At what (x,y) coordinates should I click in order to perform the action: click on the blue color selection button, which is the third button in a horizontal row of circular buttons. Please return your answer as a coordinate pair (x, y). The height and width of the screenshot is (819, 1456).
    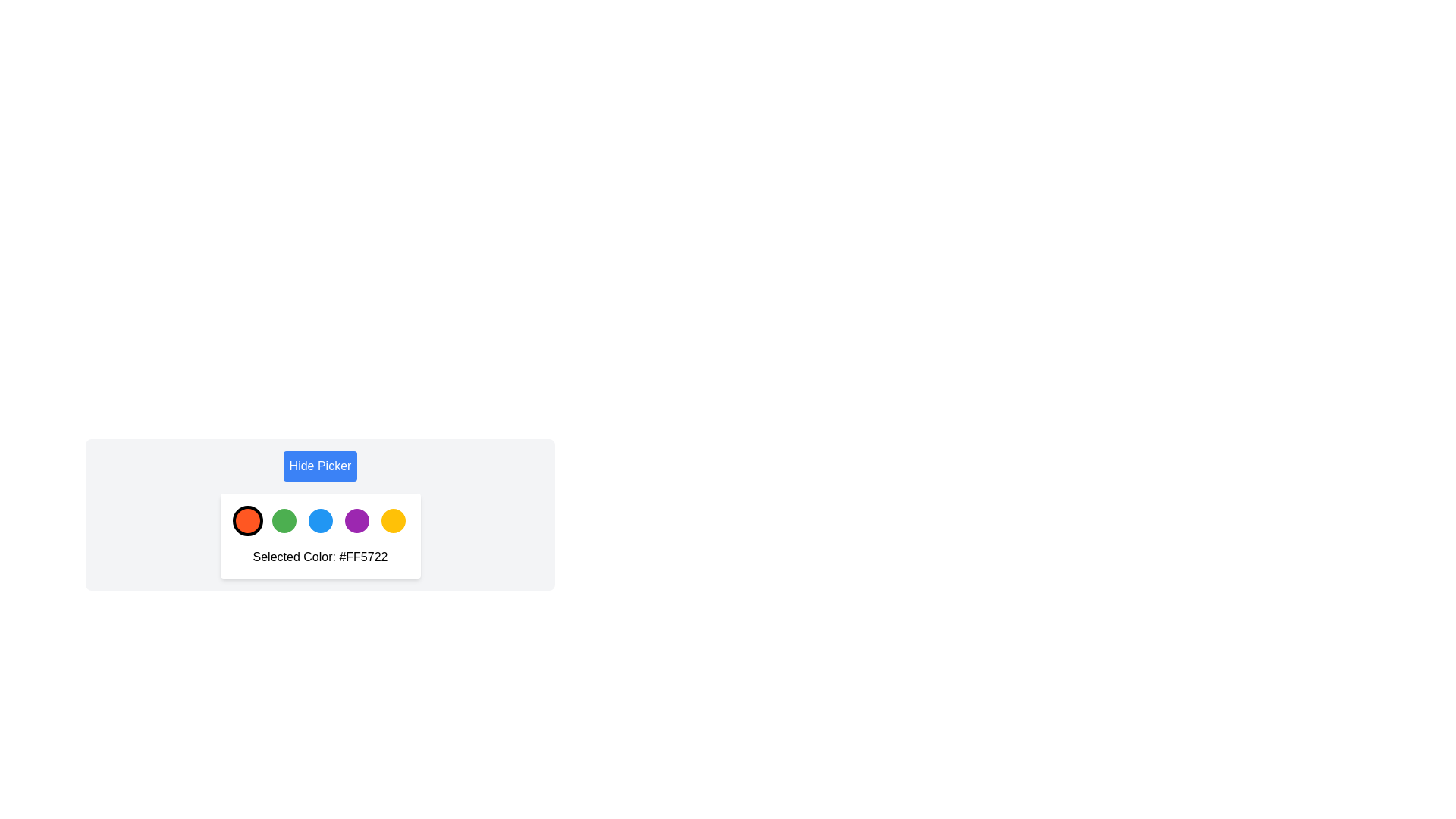
    Looking at the image, I should click on (319, 513).